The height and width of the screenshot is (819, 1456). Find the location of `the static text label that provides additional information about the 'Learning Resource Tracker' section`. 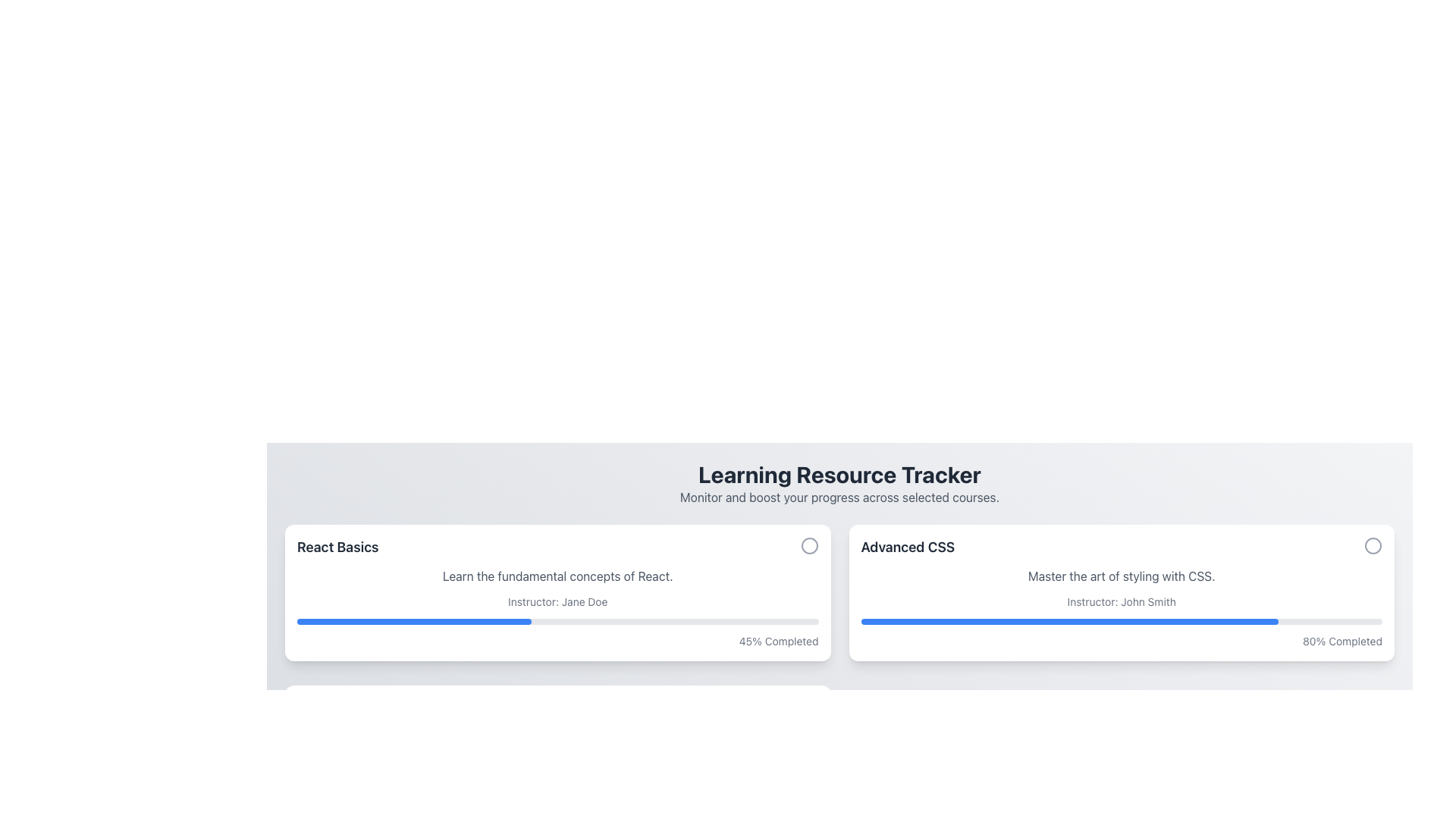

the static text label that provides additional information about the 'Learning Resource Tracker' section is located at coordinates (839, 497).